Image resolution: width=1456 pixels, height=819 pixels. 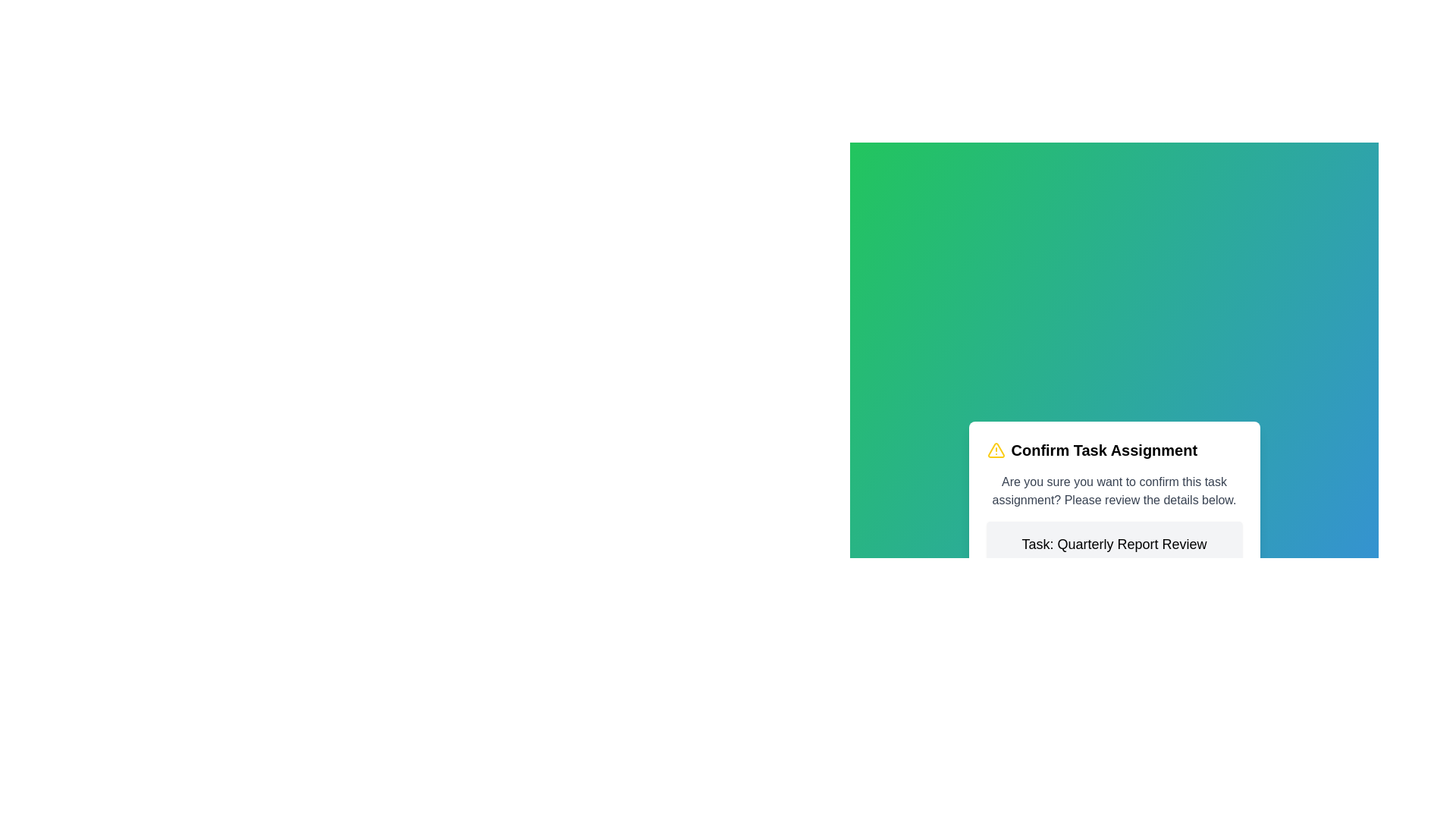 I want to click on bold header text labeled 'Confirm Task Assignment' displayed prominently within the modal interface, so click(x=1104, y=450).